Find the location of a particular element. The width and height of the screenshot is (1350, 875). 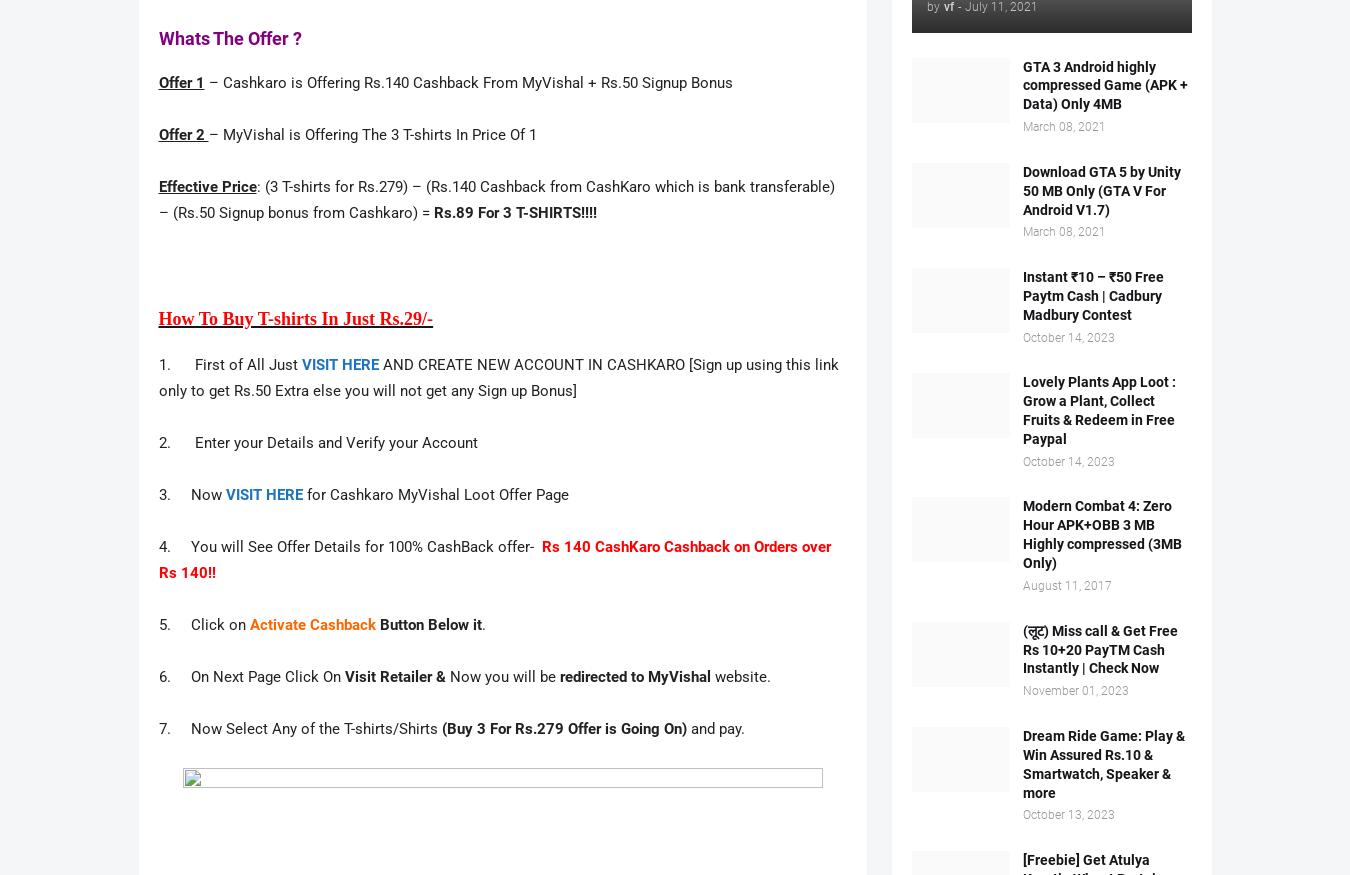

'Button Below it' is located at coordinates (427, 625).